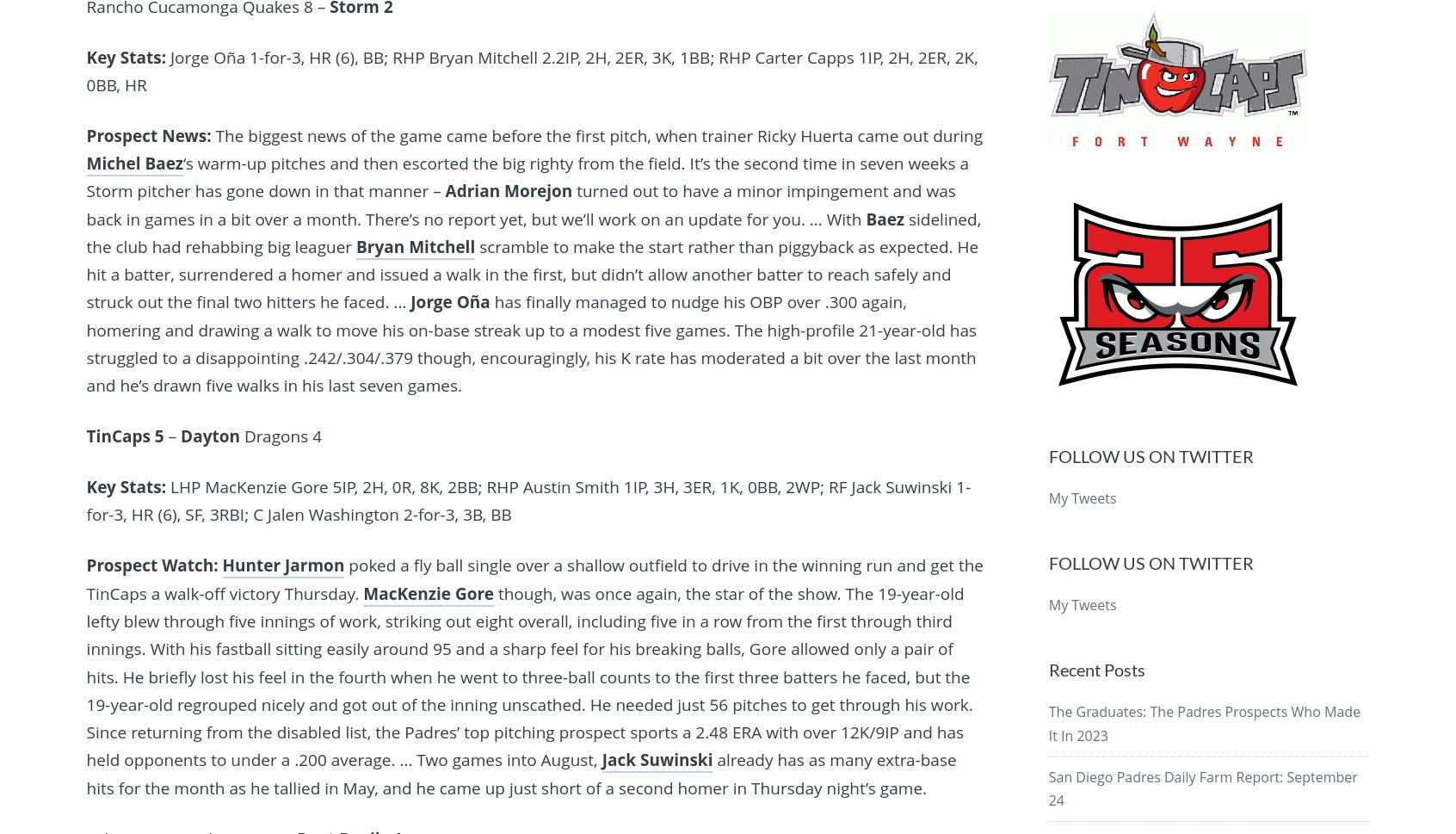  What do you see at coordinates (884, 217) in the screenshot?
I see `'Baez'` at bounding box center [884, 217].